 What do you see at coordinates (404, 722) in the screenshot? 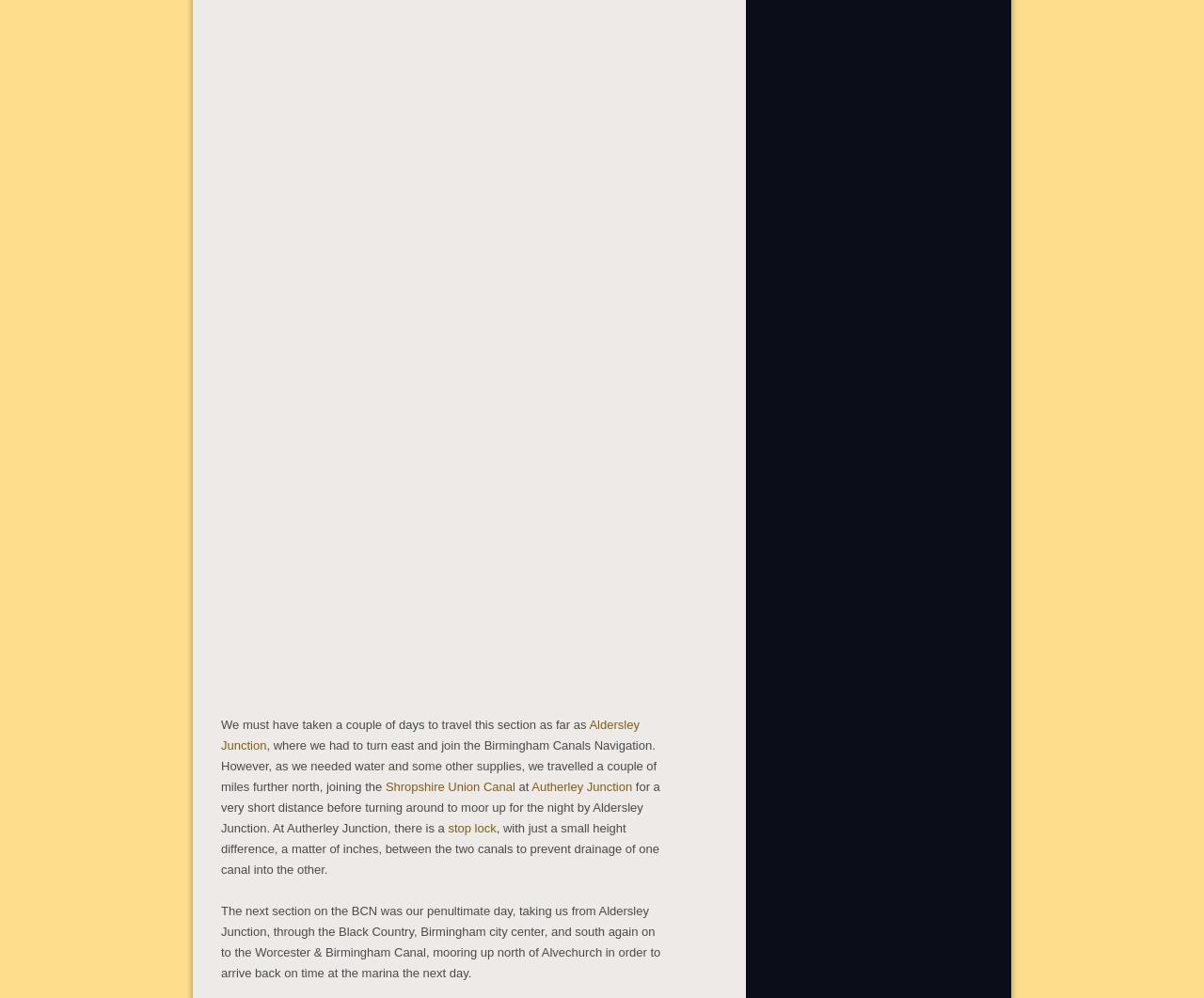
I see `'We must have taken a couple of days to travel this section as far as'` at bounding box center [404, 722].